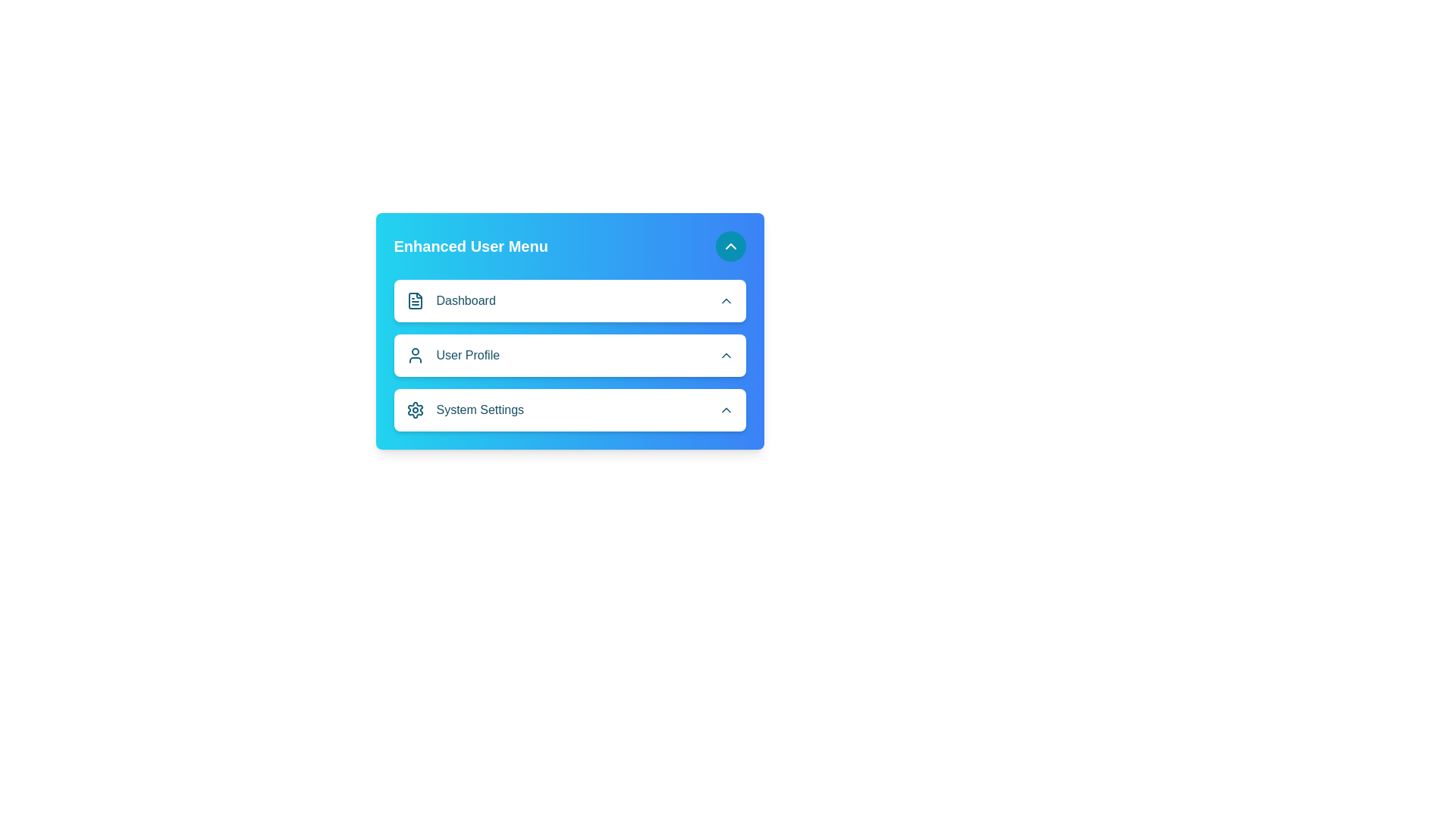 Image resolution: width=1456 pixels, height=819 pixels. I want to click on the Icon button (chevron up), so click(725, 356).